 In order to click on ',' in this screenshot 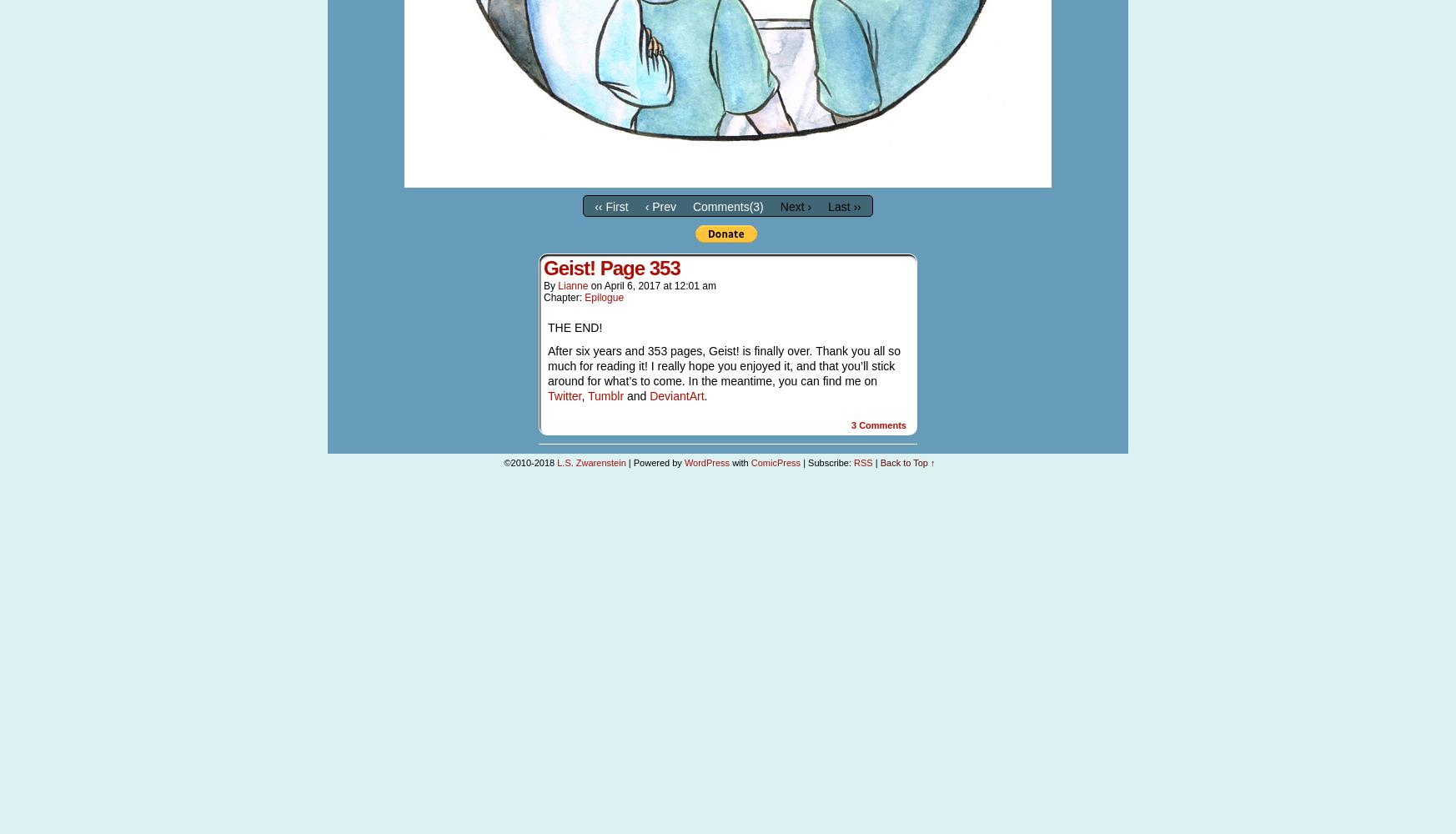, I will do `click(581, 394)`.